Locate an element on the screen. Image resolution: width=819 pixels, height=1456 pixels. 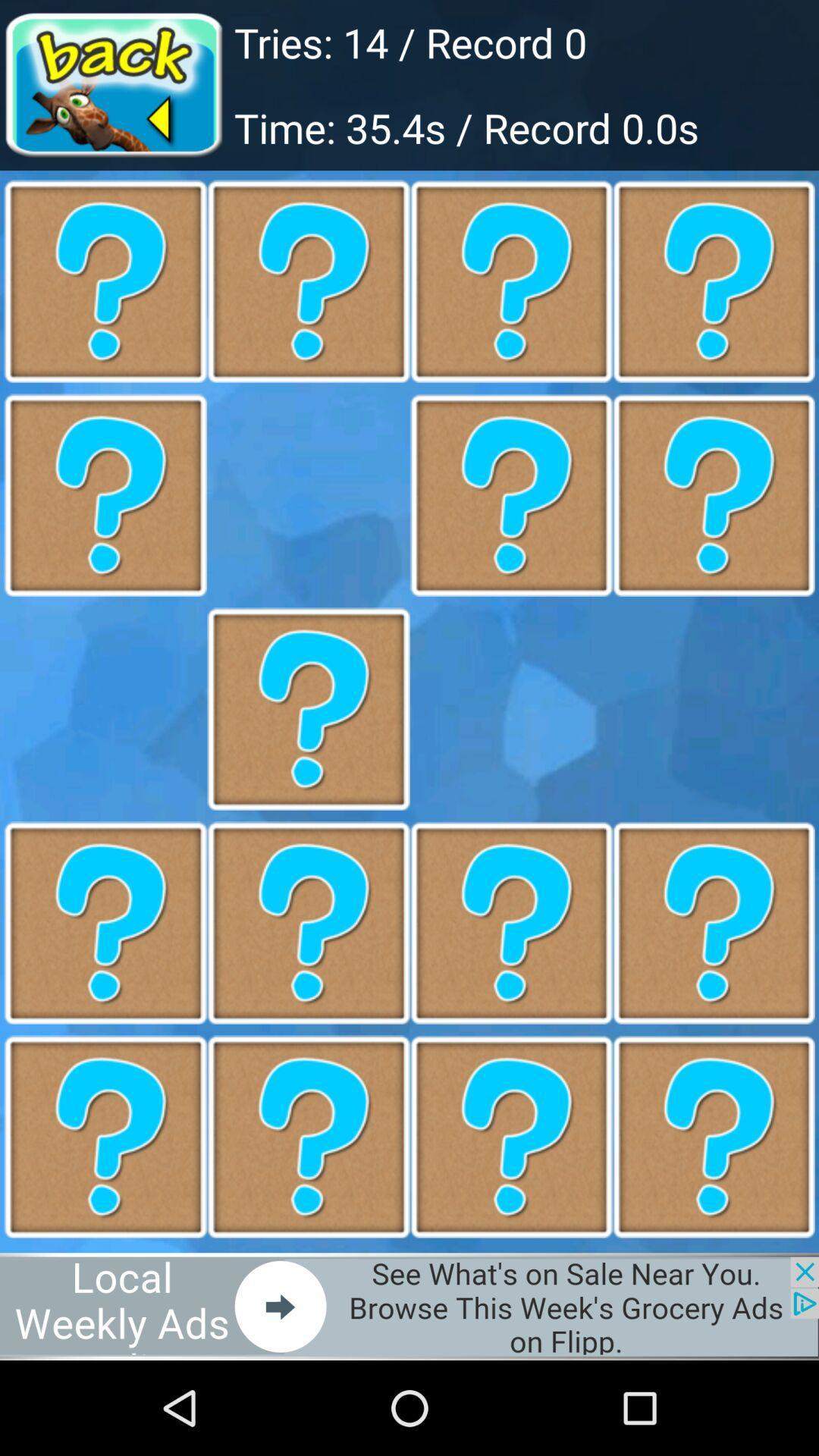
engage the advertisement open the website flipp is located at coordinates (409, 1306).